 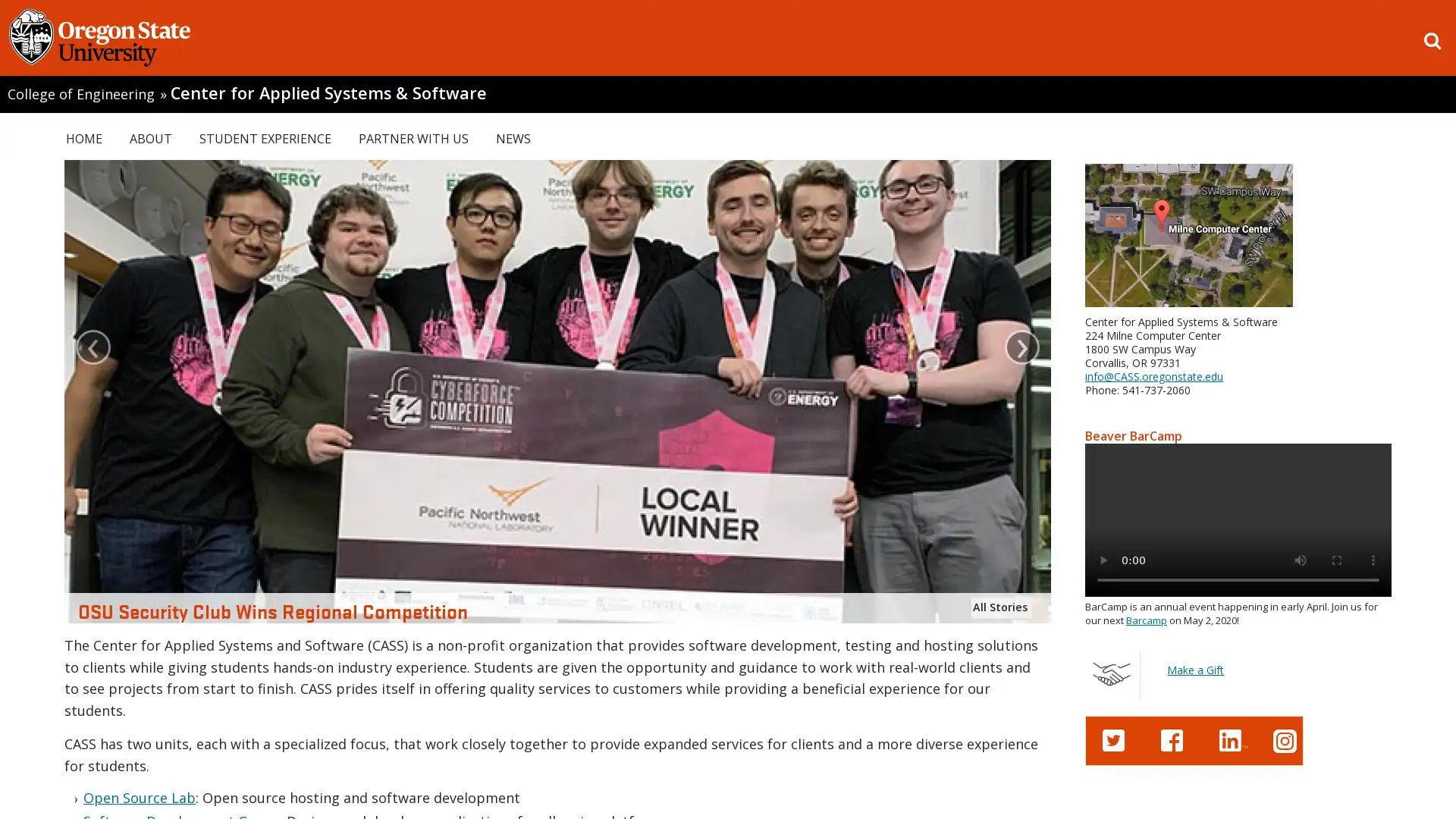 I want to click on enter full screen, so click(x=1335, y=559).